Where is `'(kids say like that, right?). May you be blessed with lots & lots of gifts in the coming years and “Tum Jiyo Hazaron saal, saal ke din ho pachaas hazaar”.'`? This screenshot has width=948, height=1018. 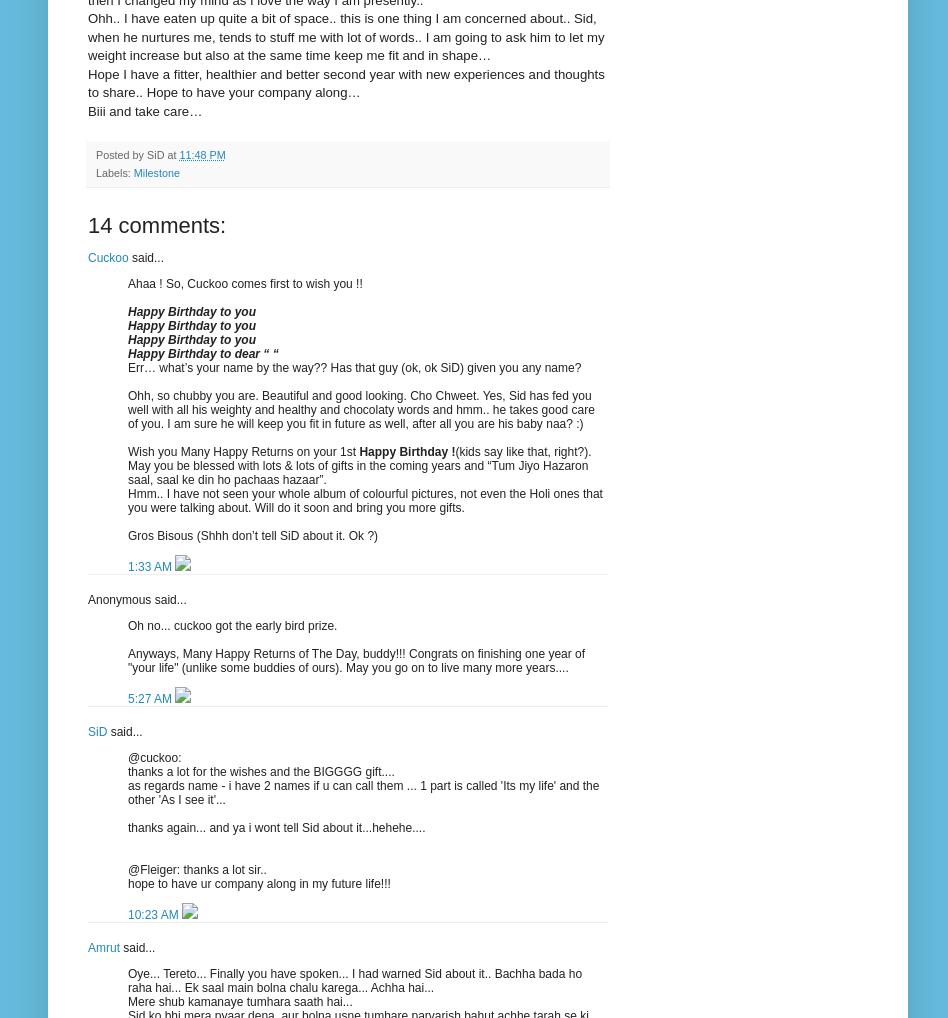 '(kids say like that, right?). May you be blessed with lots & lots of gifts in the coming years and “Tum Jiyo Hazaron saal, saal ke din ho pachaas hazaar”.' is located at coordinates (358, 465).